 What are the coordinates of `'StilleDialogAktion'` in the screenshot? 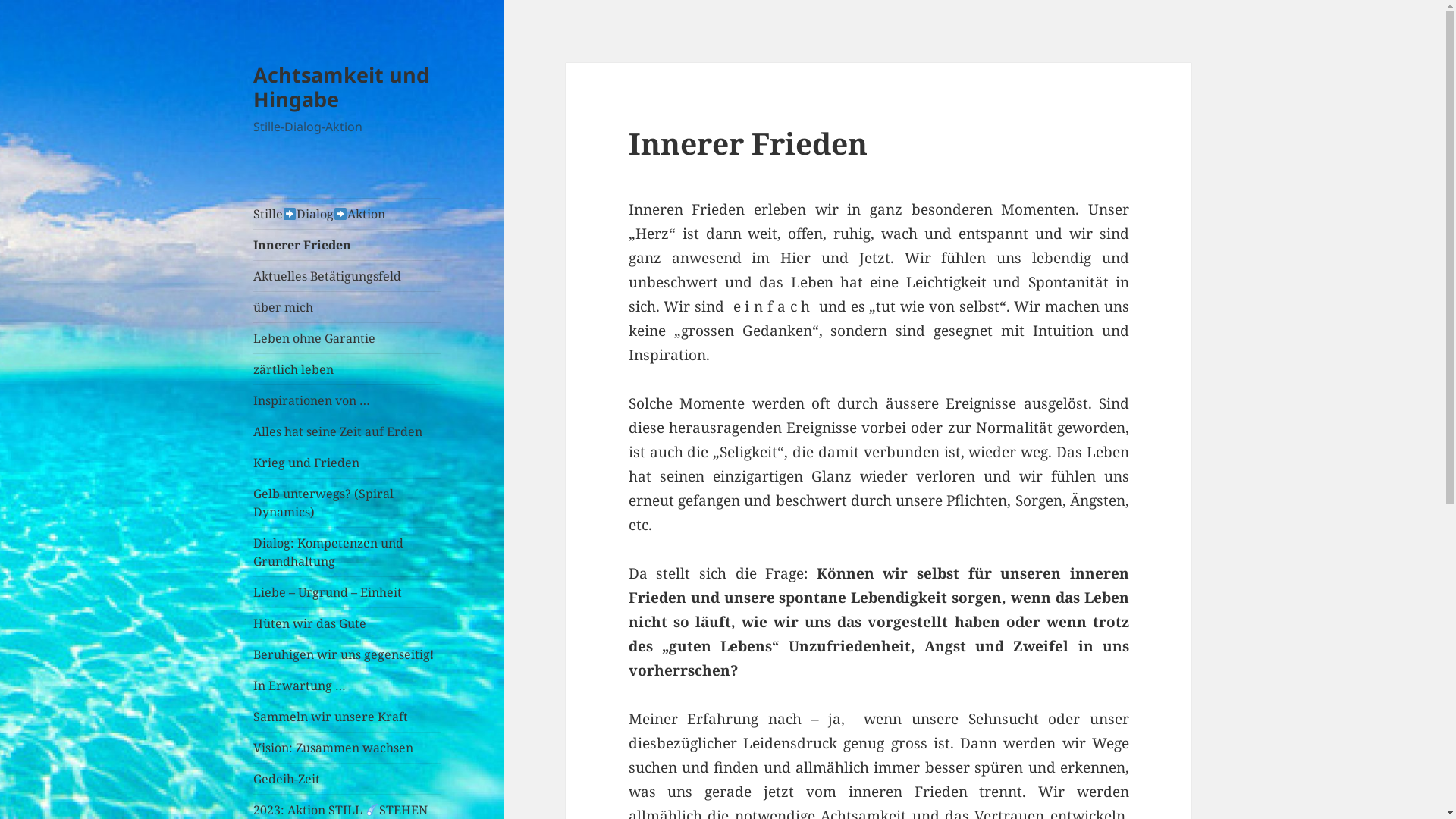 It's located at (253, 213).